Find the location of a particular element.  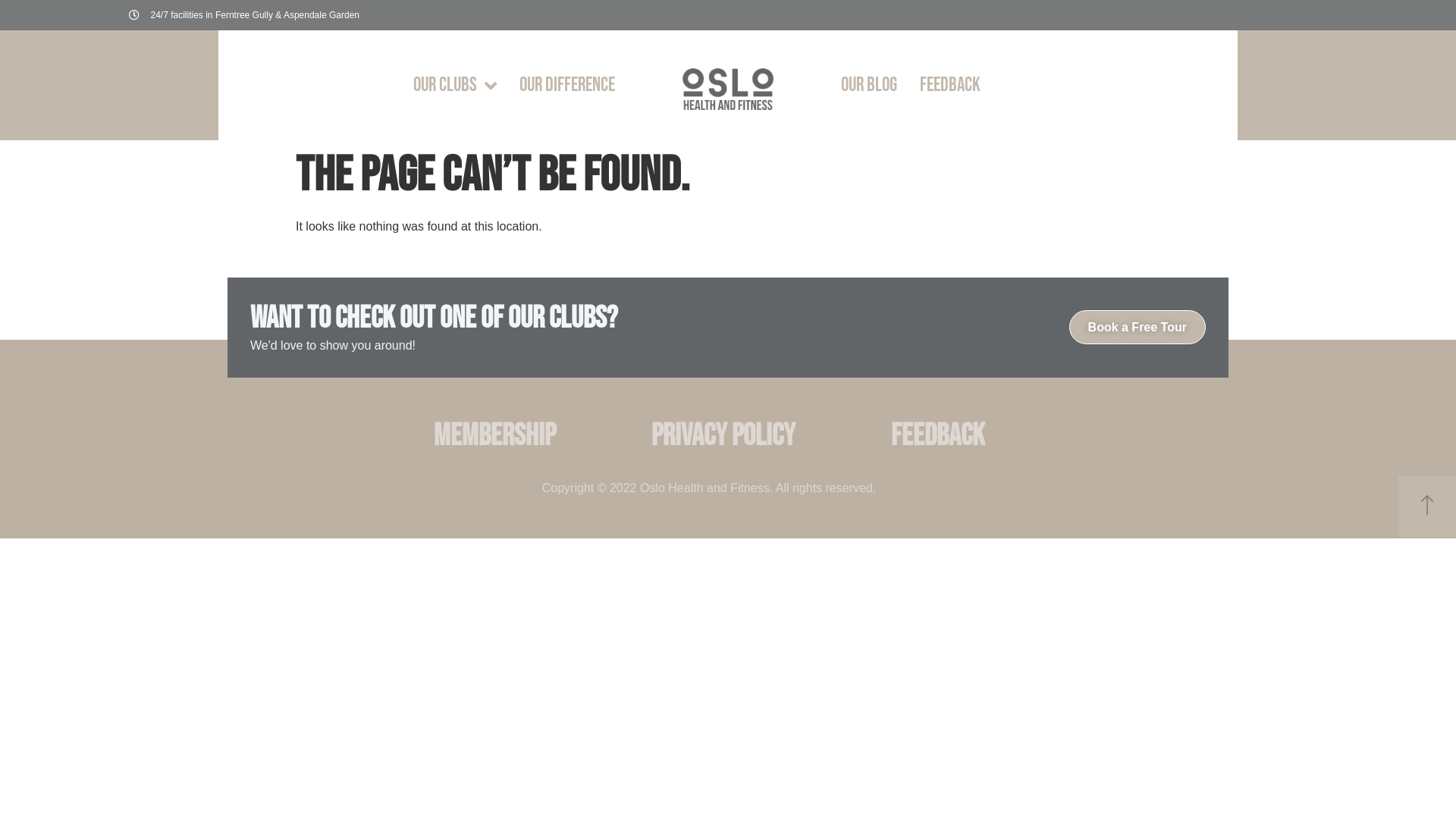

'Membership' is located at coordinates (494, 435).